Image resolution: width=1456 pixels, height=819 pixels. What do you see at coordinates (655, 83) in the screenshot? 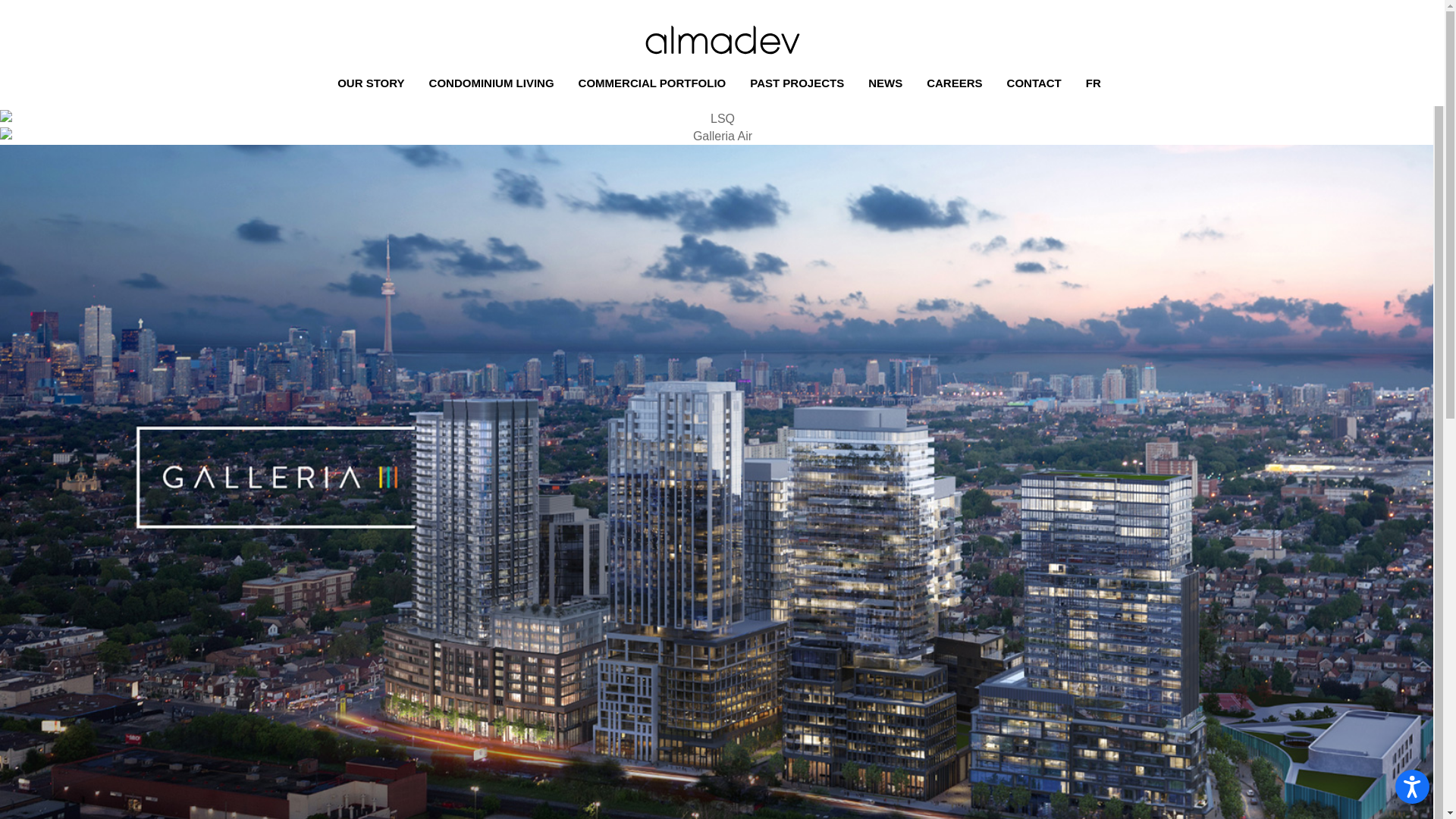
I see `'COMMERCIAL PORTFOLIO'` at bounding box center [655, 83].